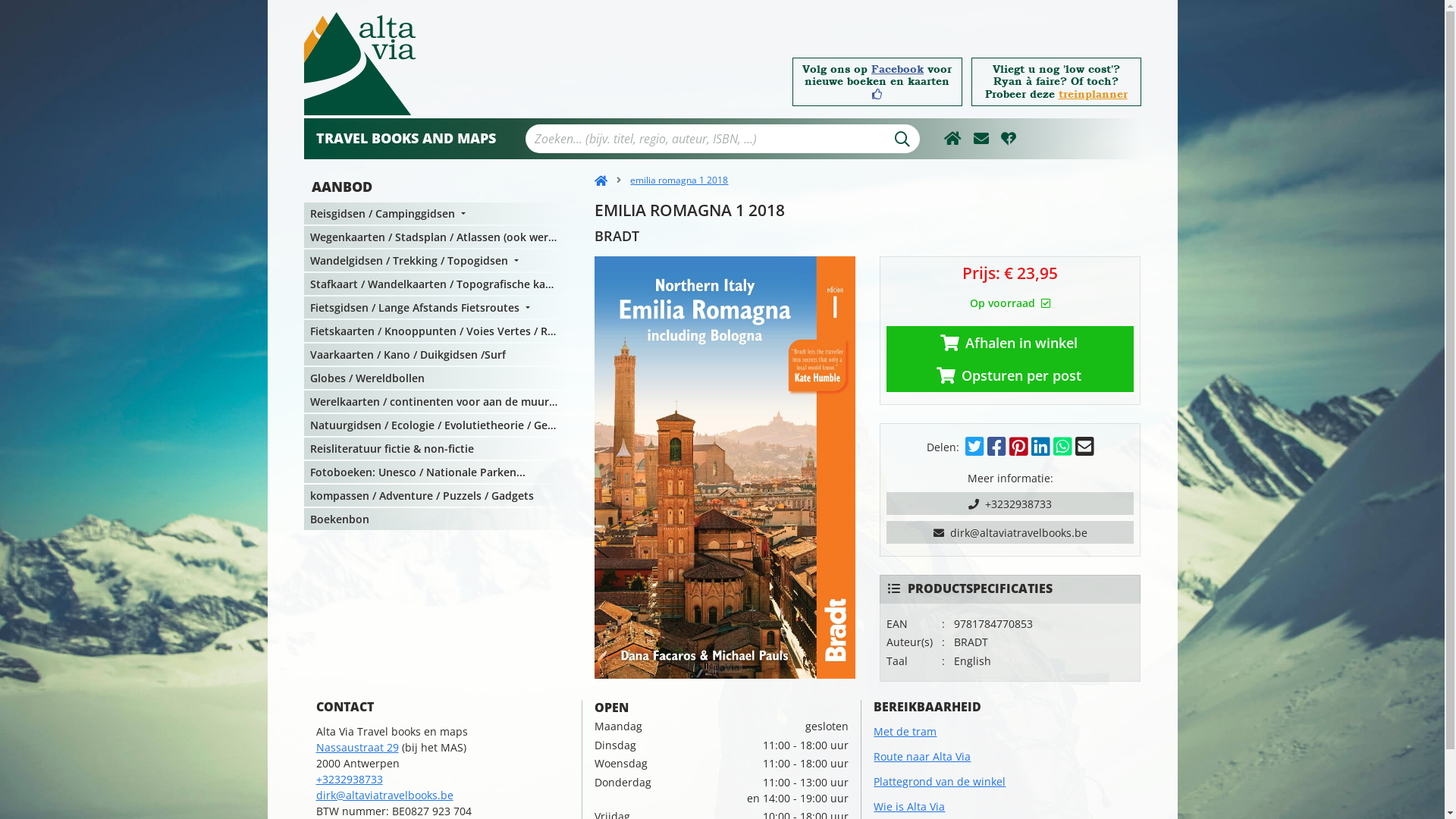  I want to click on 'Route naar Alta Via', so click(921, 756).